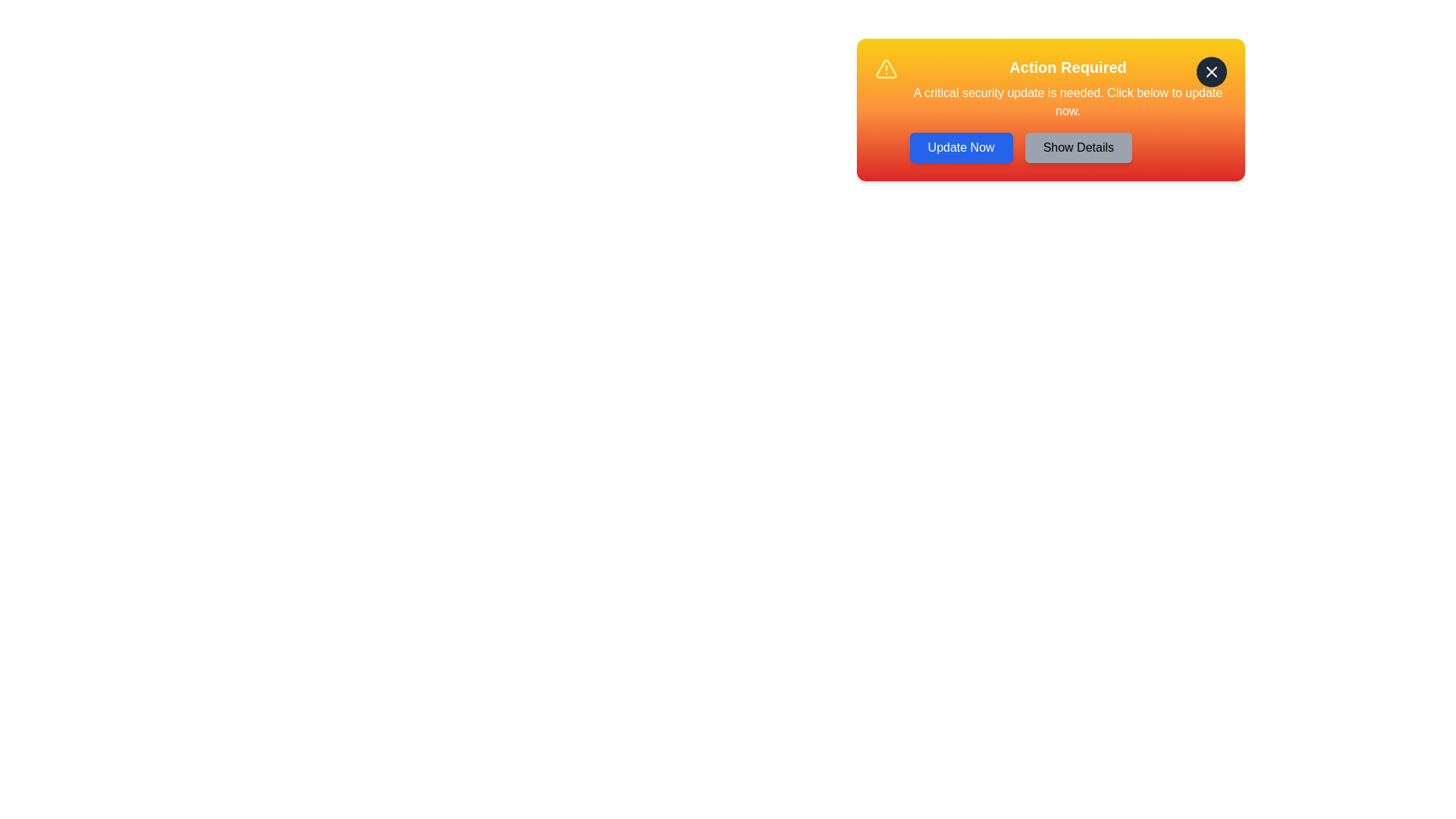  I want to click on the close button (X icon) at the top-right corner of the alert, so click(1210, 72).